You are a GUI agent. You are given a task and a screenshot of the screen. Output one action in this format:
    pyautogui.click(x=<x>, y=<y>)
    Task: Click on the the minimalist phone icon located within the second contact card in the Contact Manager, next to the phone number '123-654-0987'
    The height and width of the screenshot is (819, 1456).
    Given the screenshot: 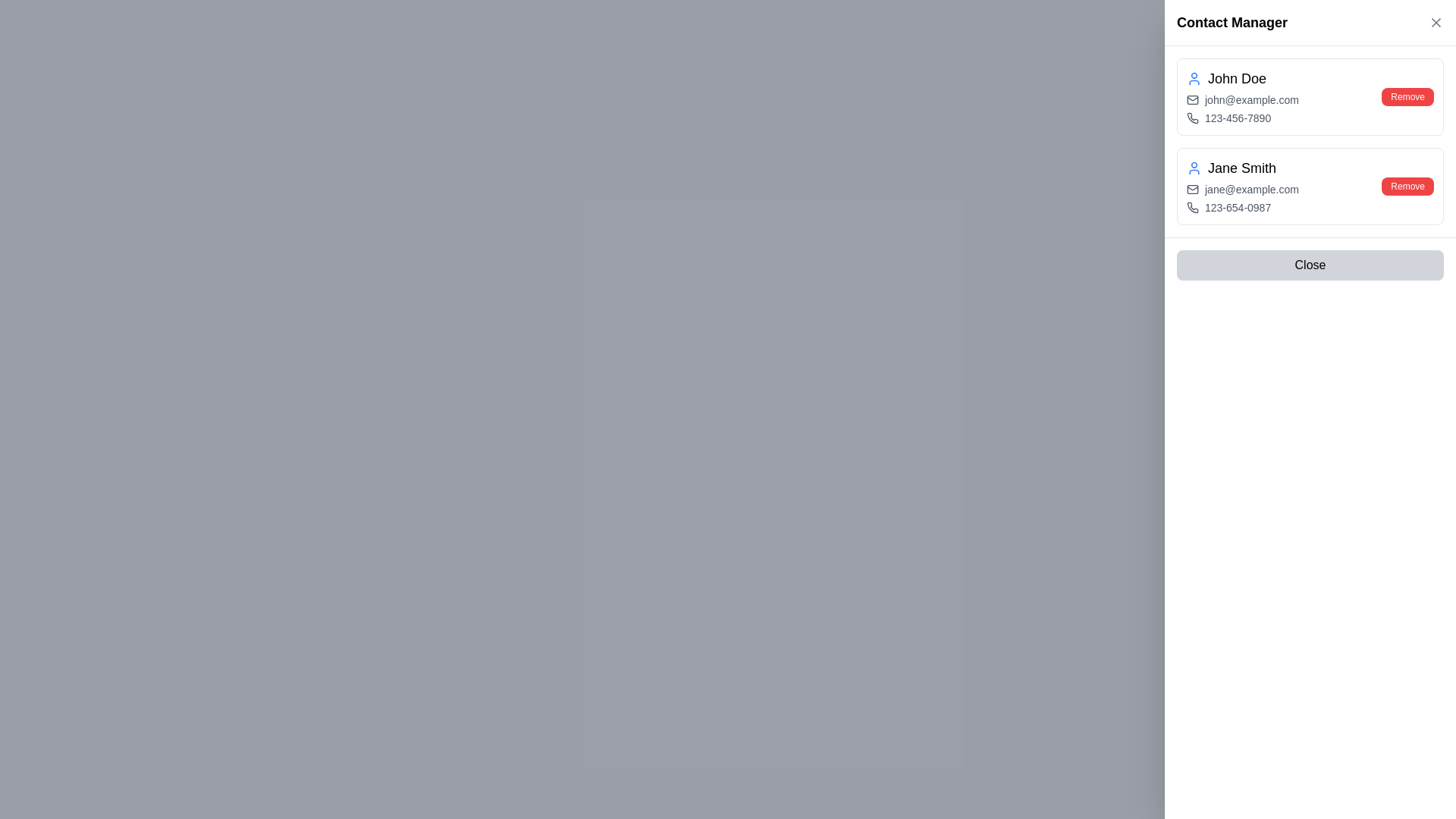 What is the action you would take?
    pyautogui.click(x=1192, y=207)
    